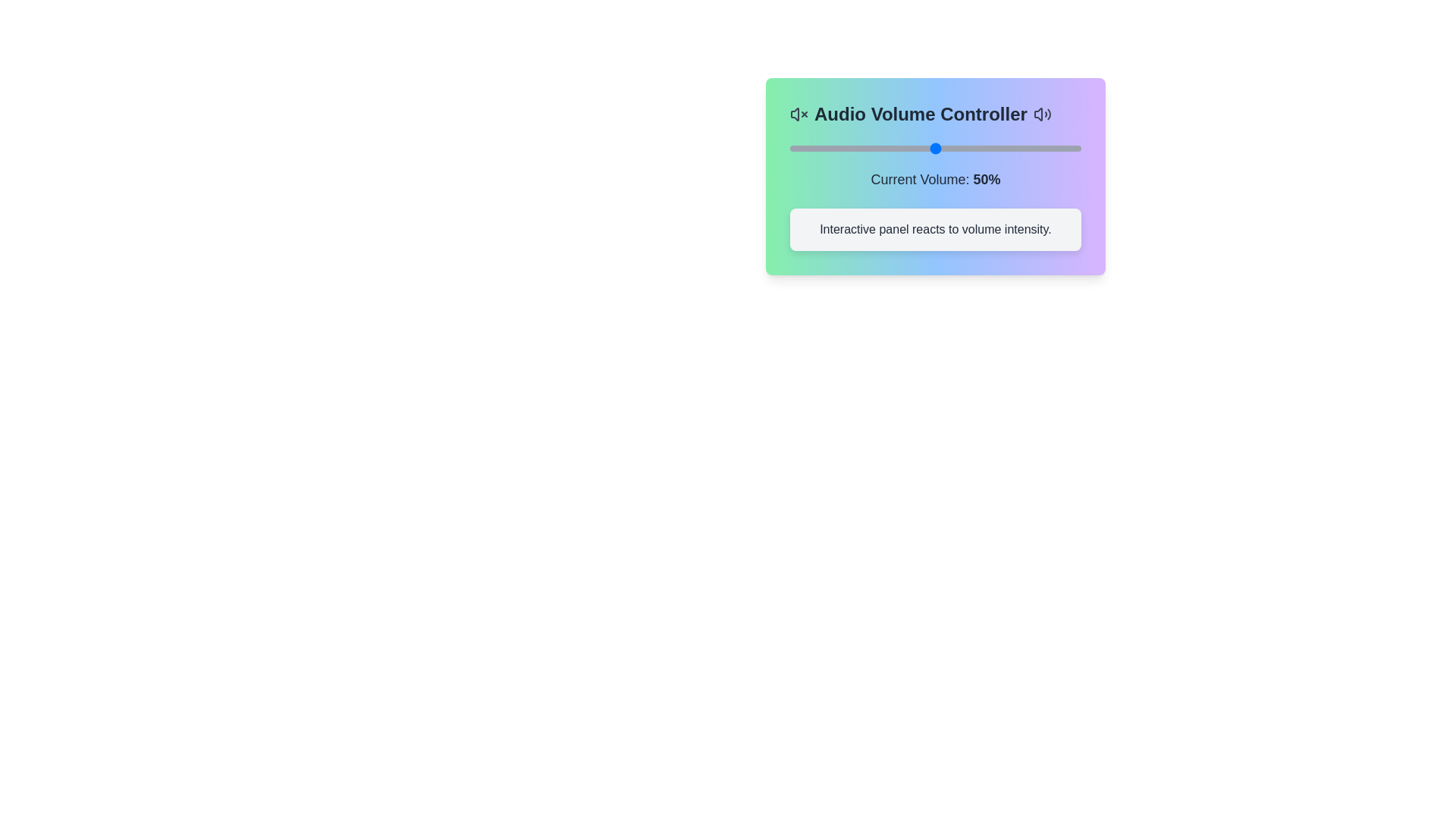 Image resolution: width=1456 pixels, height=819 pixels. Describe the element at coordinates (1037, 149) in the screenshot. I see `the volume slider to 85%` at that location.